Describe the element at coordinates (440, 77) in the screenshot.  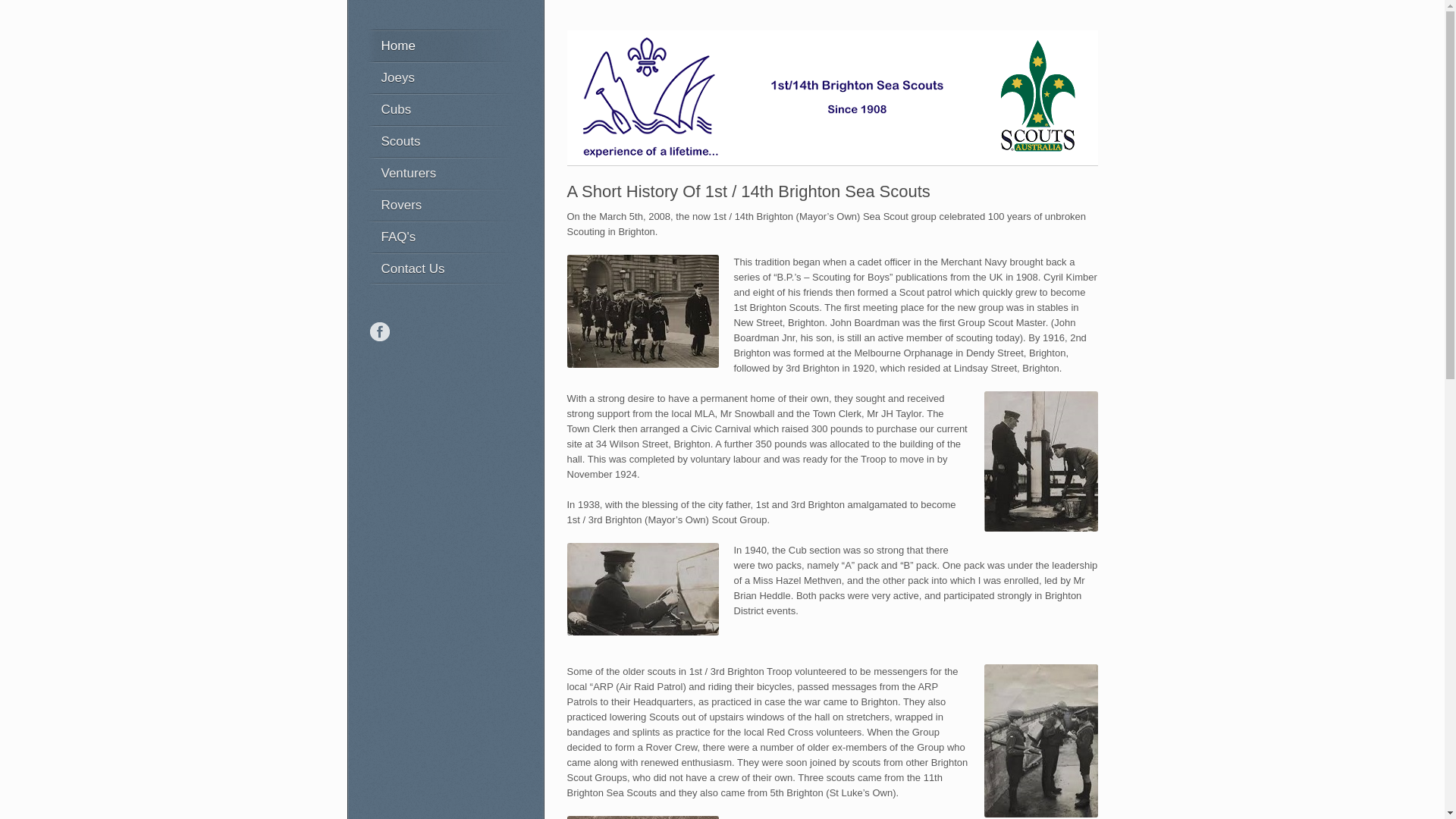
I see `'Joeys'` at that location.